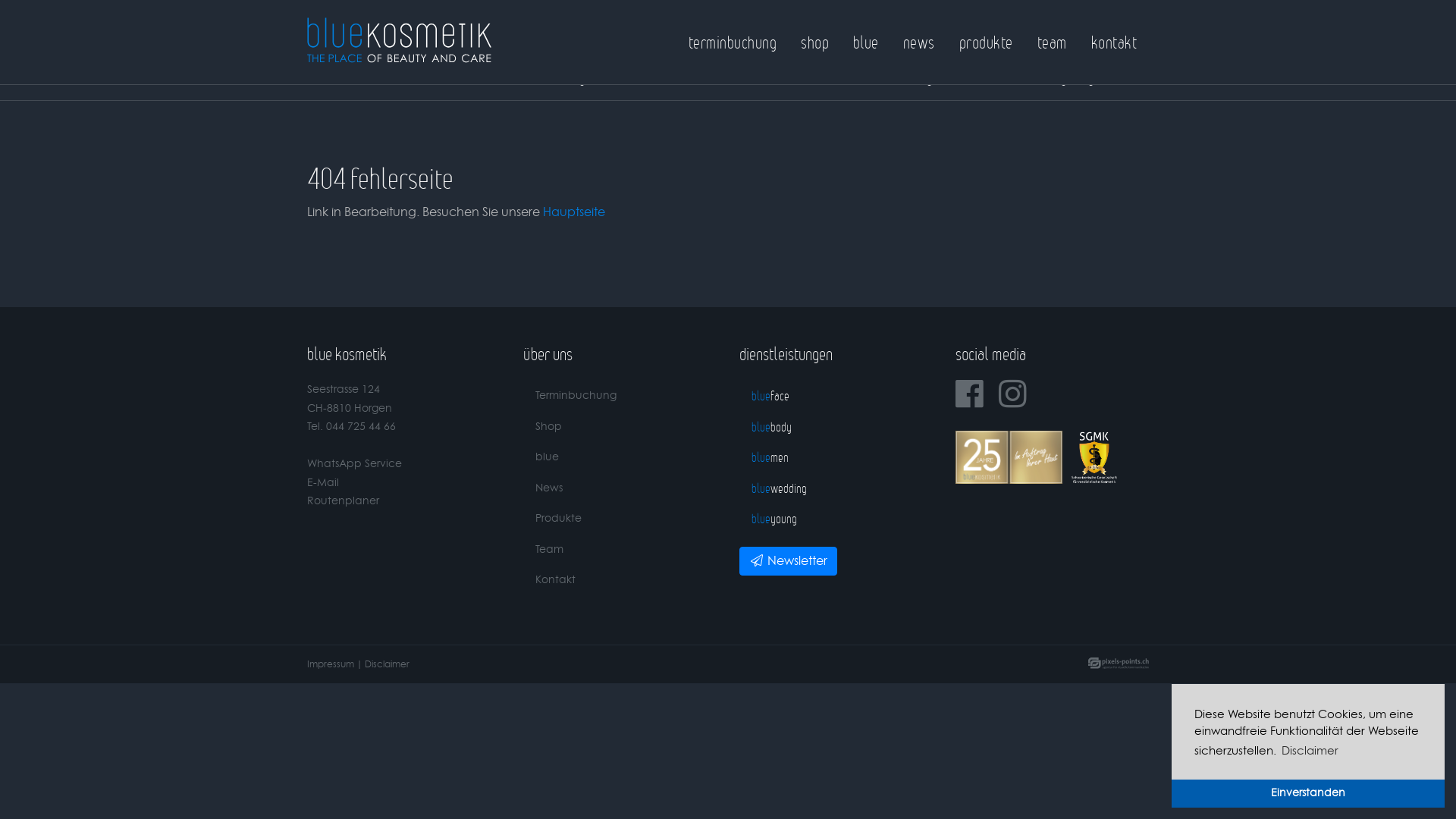 The image size is (1456, 819). What do you see at coordinates (620, 395) in the screenshot?
I see `'Terminbuchung'` at bounding box center [620, 395].